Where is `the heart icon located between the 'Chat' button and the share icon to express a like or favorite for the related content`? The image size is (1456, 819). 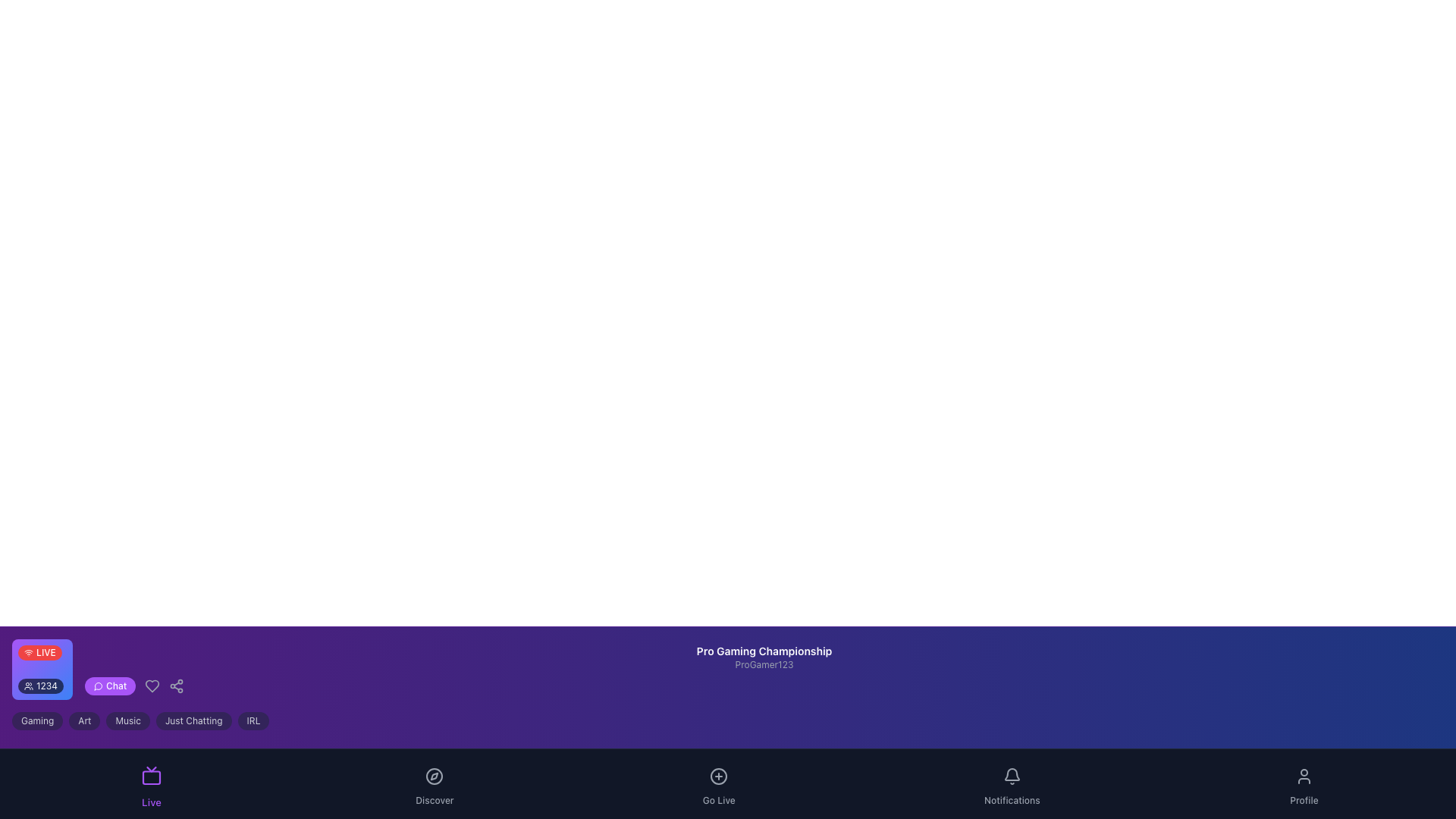 the heart icon located between the 'Chat' button and the share icon to express a like or favorite for the related content is located at coordinates (152, 686).